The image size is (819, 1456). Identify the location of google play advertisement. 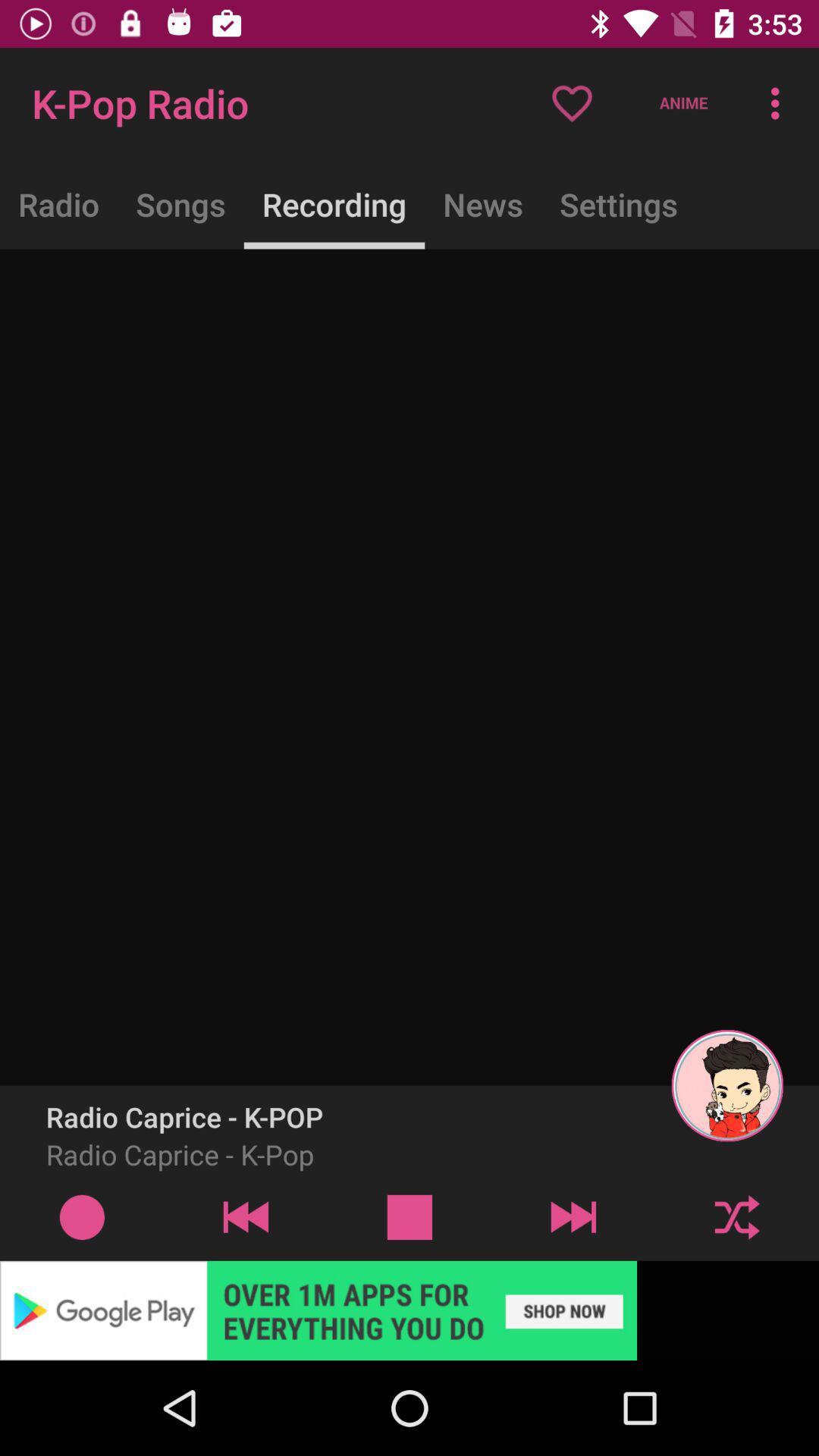
(409, 1310).